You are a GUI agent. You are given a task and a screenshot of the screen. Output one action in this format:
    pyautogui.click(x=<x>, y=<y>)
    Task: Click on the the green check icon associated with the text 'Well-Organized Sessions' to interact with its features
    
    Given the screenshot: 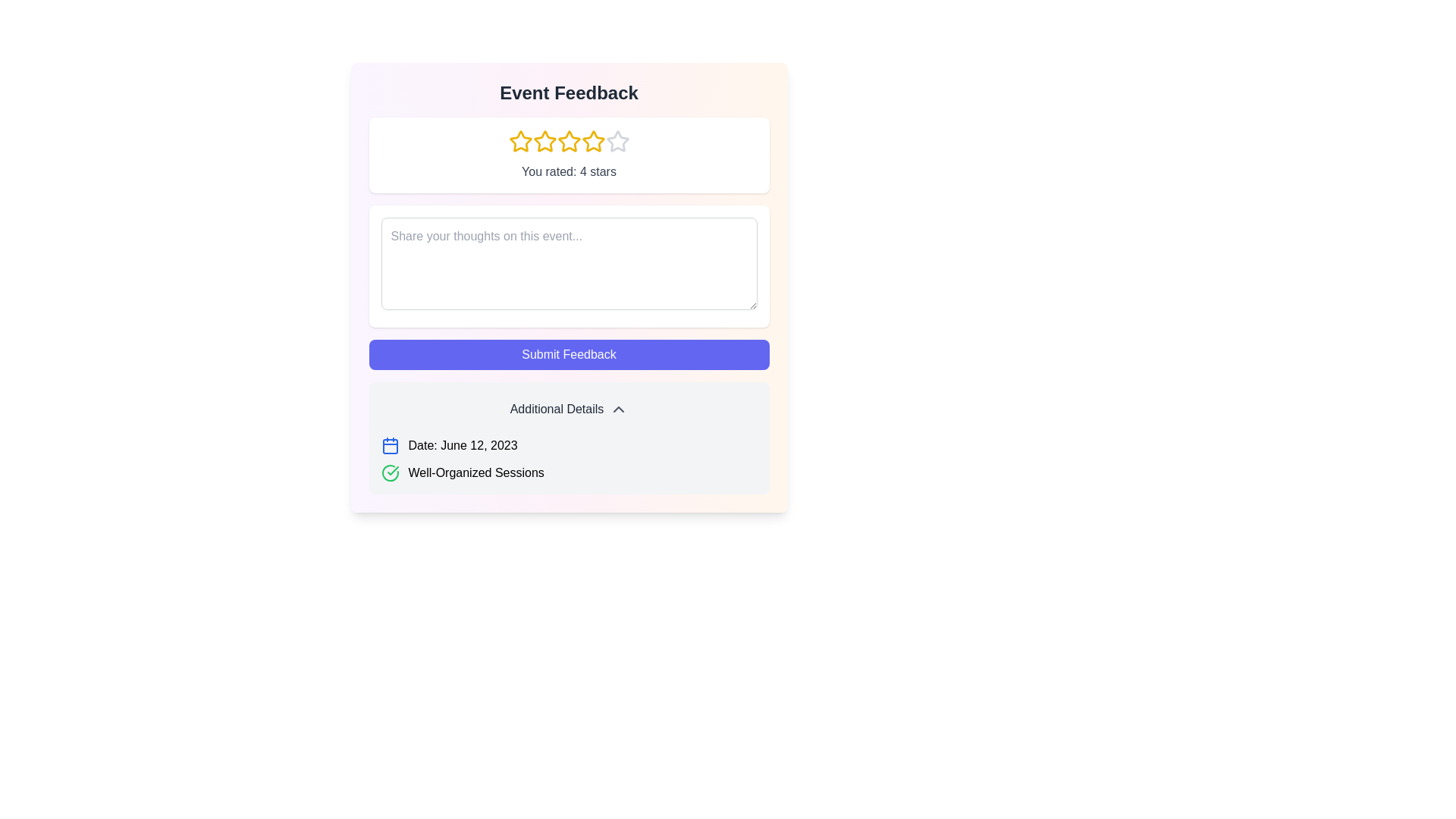 What is the action you would take?
    pyautogui.click(x=390, y=472)
    